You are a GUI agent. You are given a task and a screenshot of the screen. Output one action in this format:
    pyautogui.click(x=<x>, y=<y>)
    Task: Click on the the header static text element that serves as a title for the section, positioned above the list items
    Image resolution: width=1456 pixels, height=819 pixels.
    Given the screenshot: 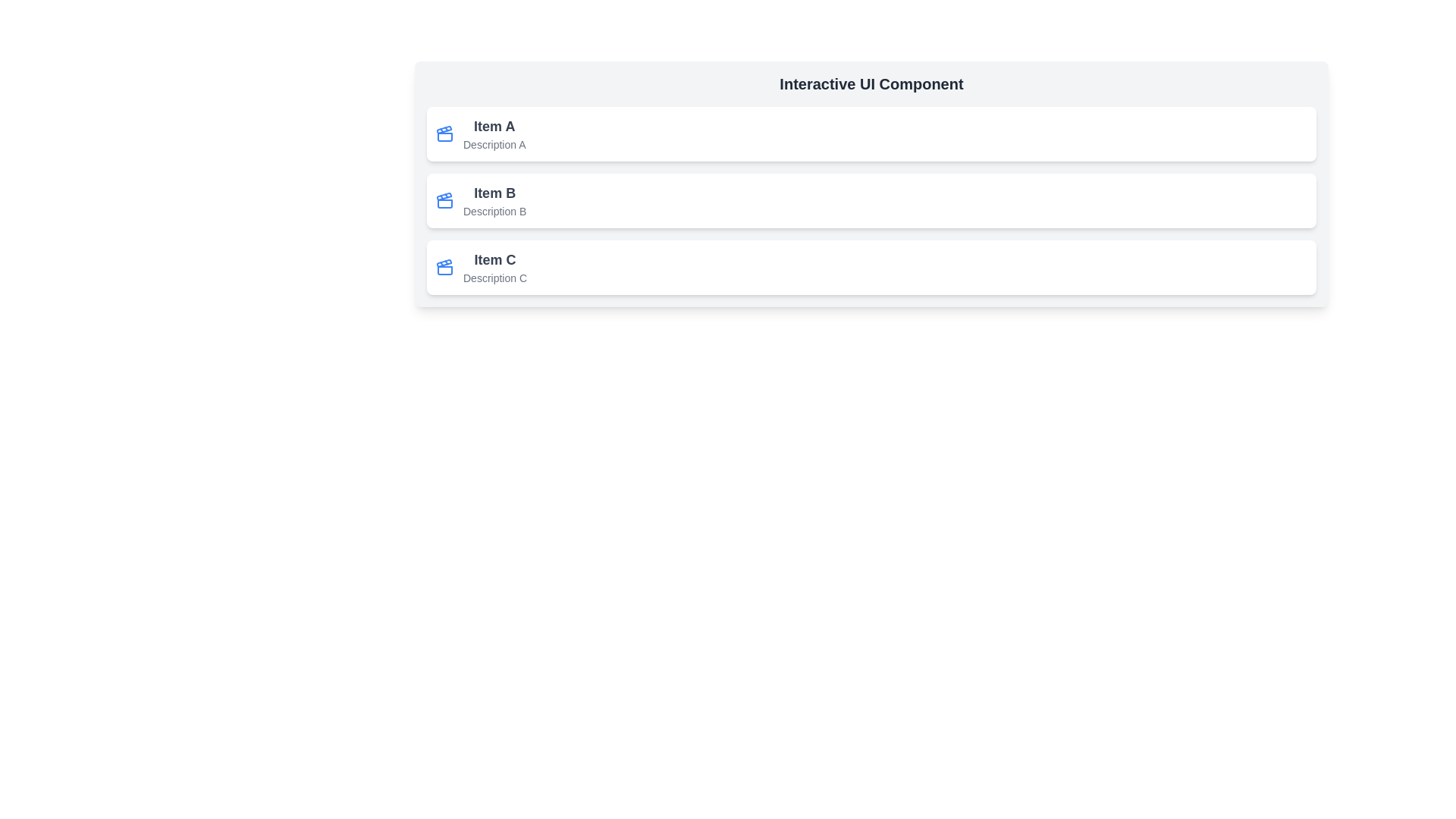 What is the action you would take?
    pyautogui.click(x=871, y=84)
    